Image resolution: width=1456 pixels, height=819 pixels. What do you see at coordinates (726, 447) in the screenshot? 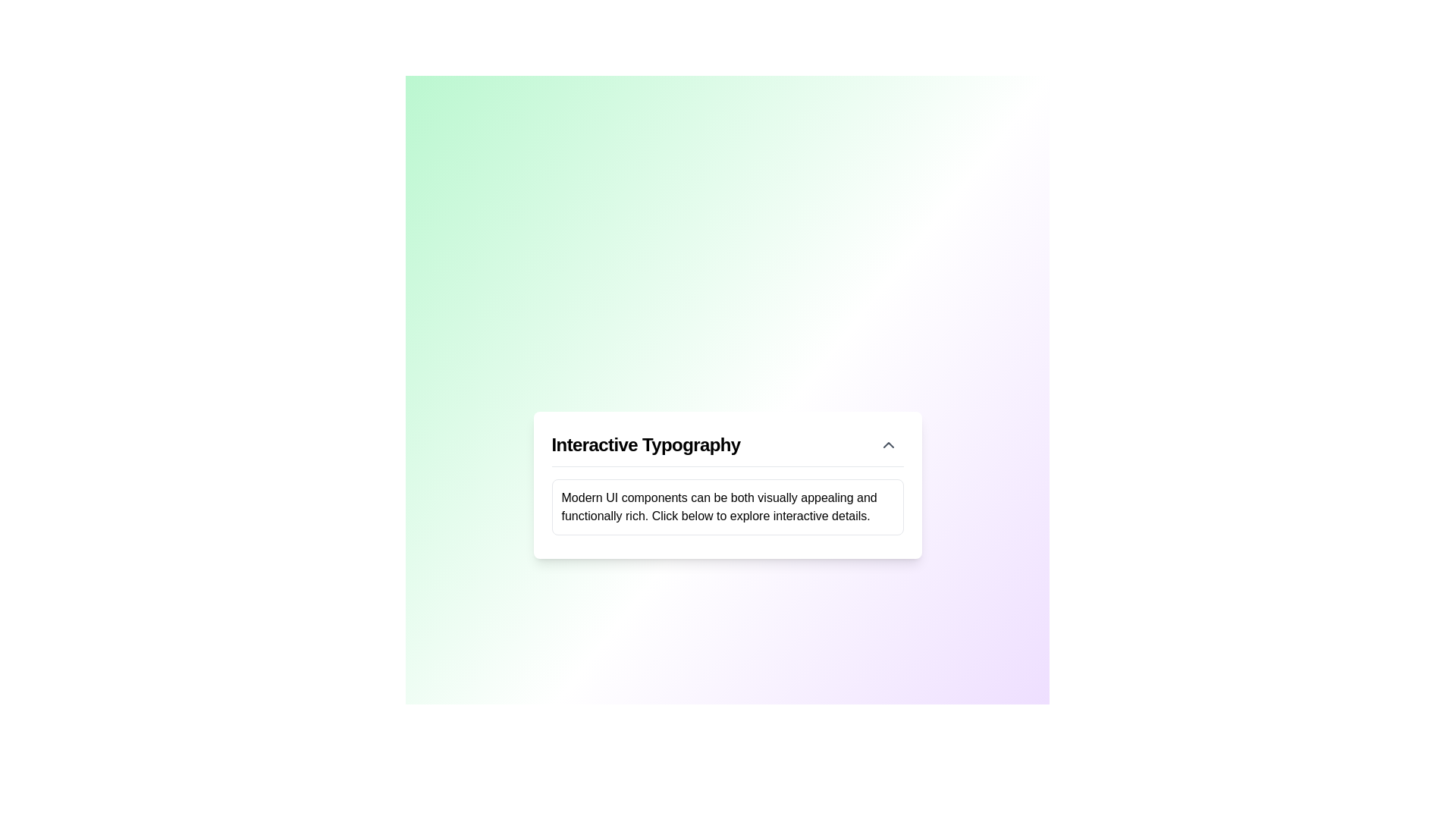
I see `the 'Interactive Typography' collapsible header or title bar with a toggle icon` at bounding box center [726, 447].